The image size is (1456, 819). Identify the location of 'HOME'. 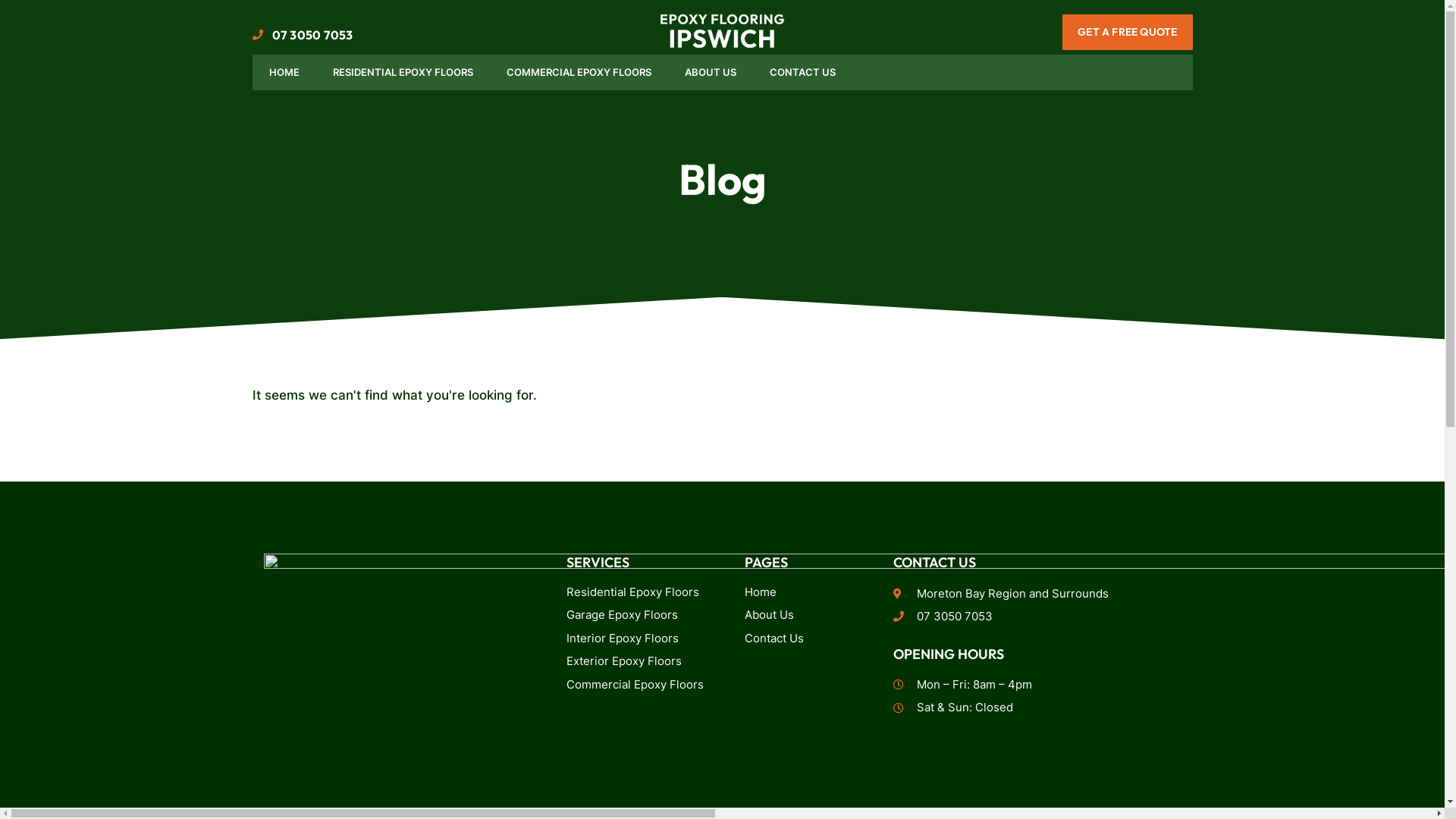
(284, 73).